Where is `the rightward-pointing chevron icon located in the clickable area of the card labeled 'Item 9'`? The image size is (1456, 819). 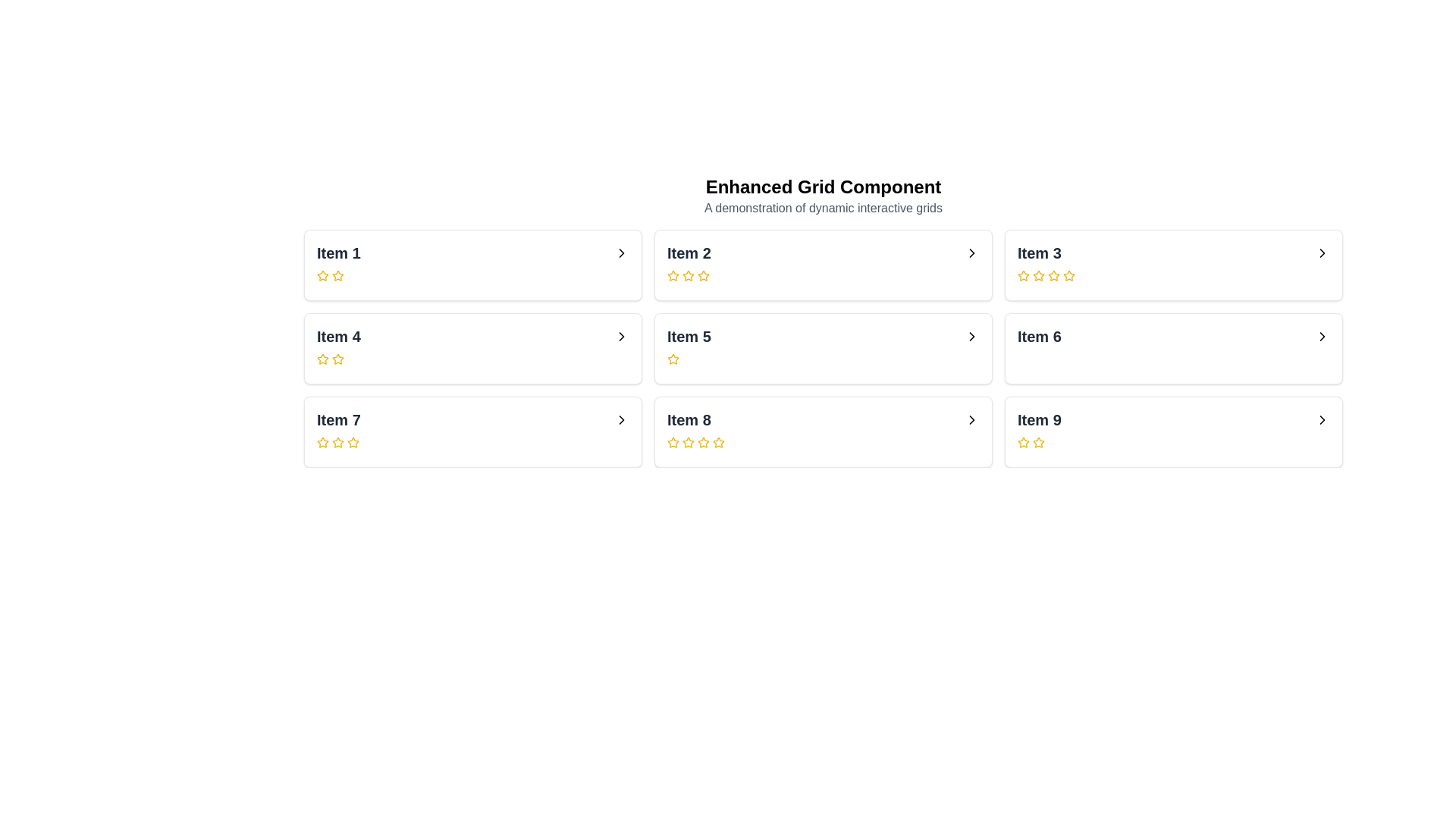 the rightward-pointing chevron icon located in the clickable area of the card labeled 'Item 9' is located at coordinates (971, 420).